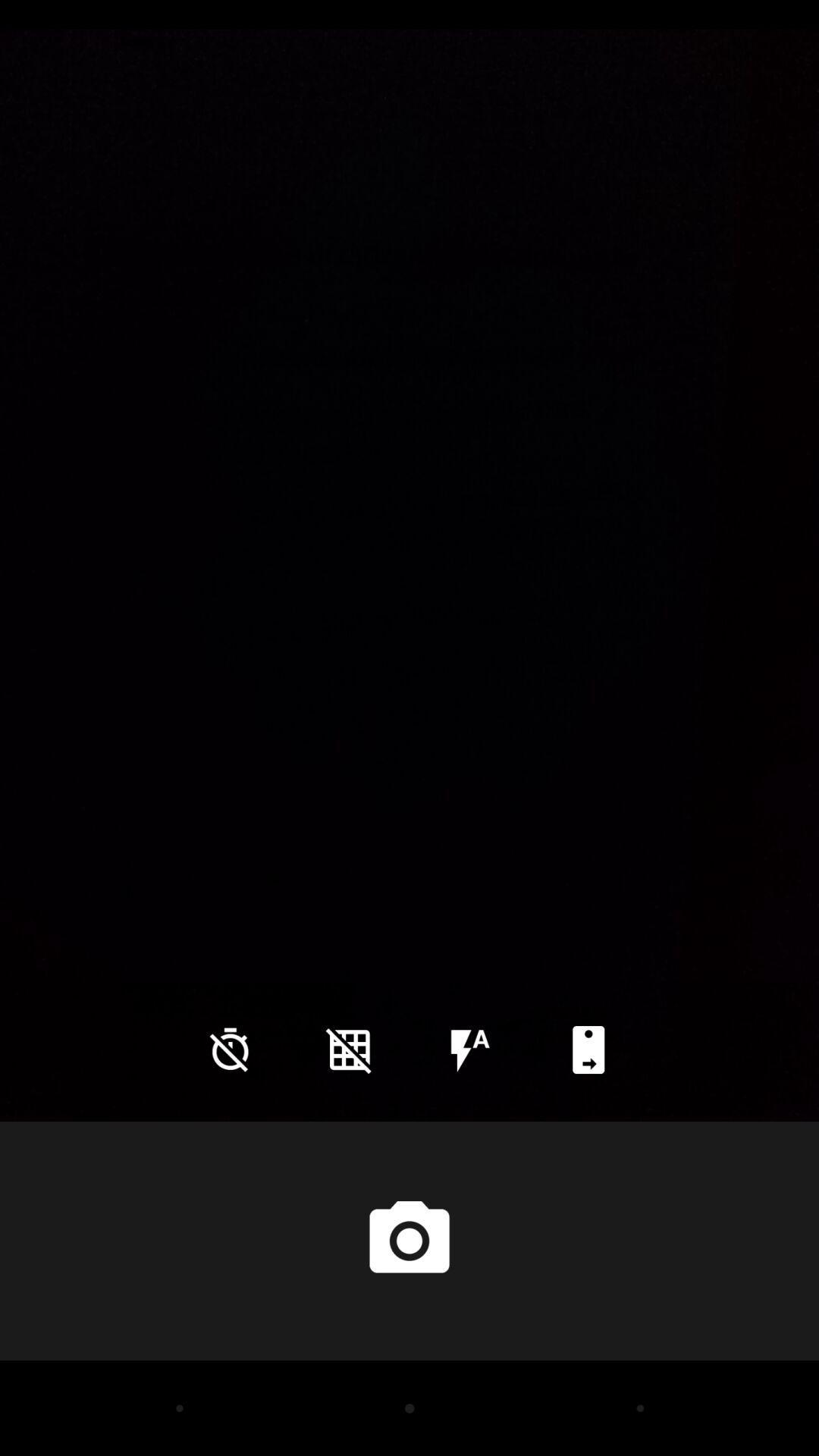  Describe the element at coordinates (588, 1049) in the screenshot. I see `item at the bottom right corner` at that location.